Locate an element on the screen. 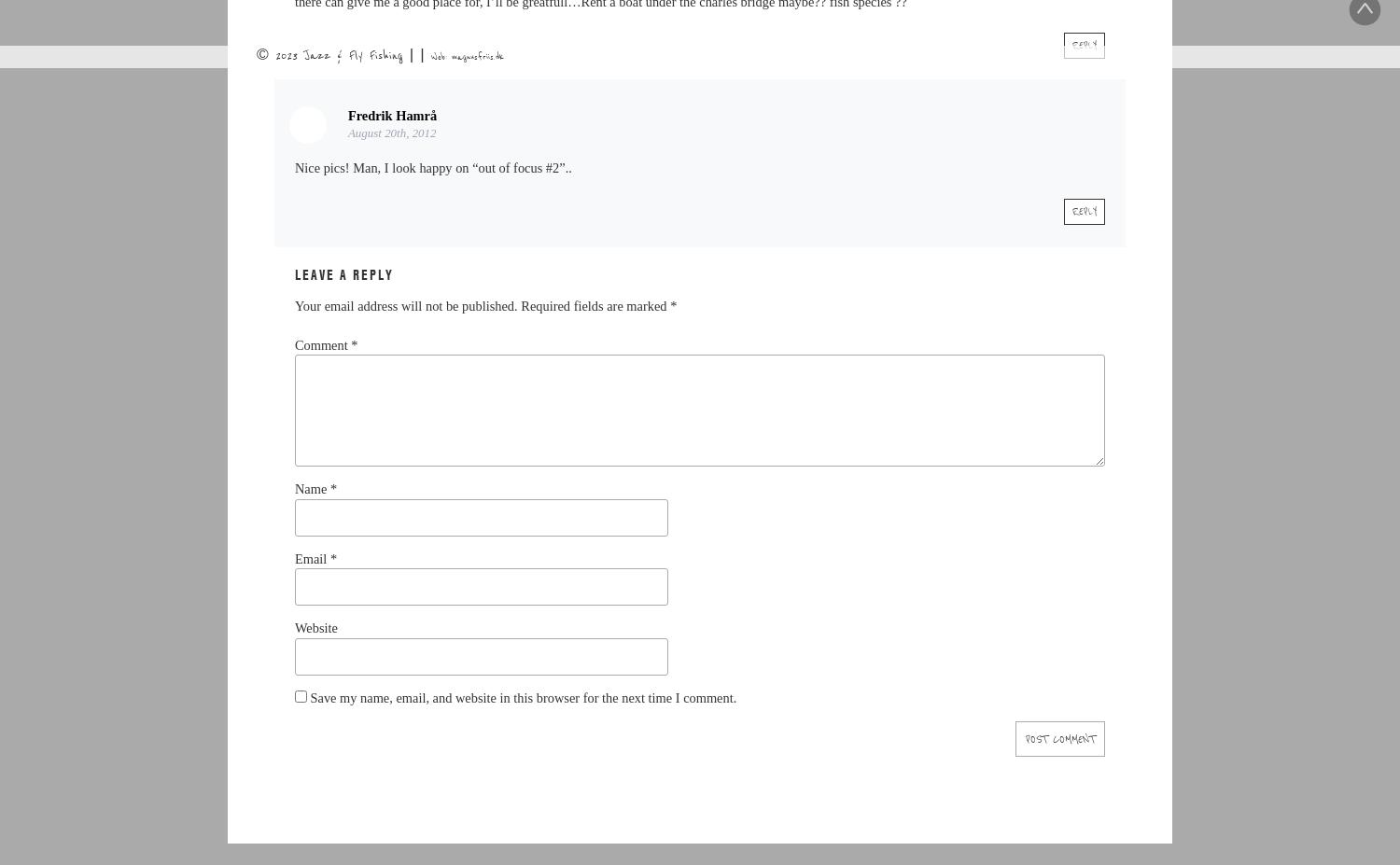 The width and height of the screenshot is (1400, 865). 'Leave a Reply' is located at coordinates (342, 274).